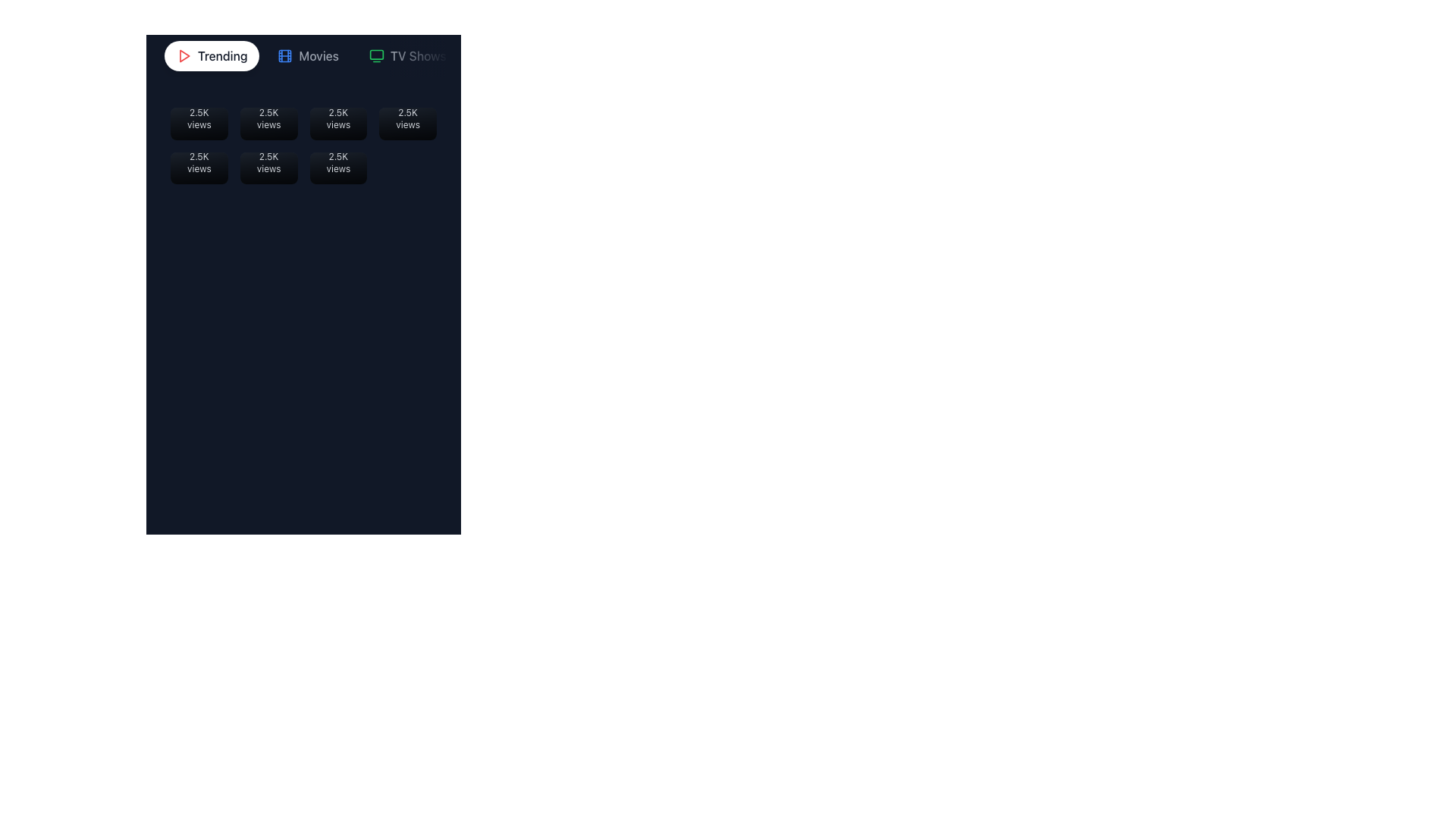 The height and width of the screenshot is (819, 1456). Describe the element at coordinates (198, 163) in the screenshot. I see `the text label indicating the number of views associated with related content, located beneath 'Content Title 5' in the first row and left-most column of a 2x3 grid` at that location.